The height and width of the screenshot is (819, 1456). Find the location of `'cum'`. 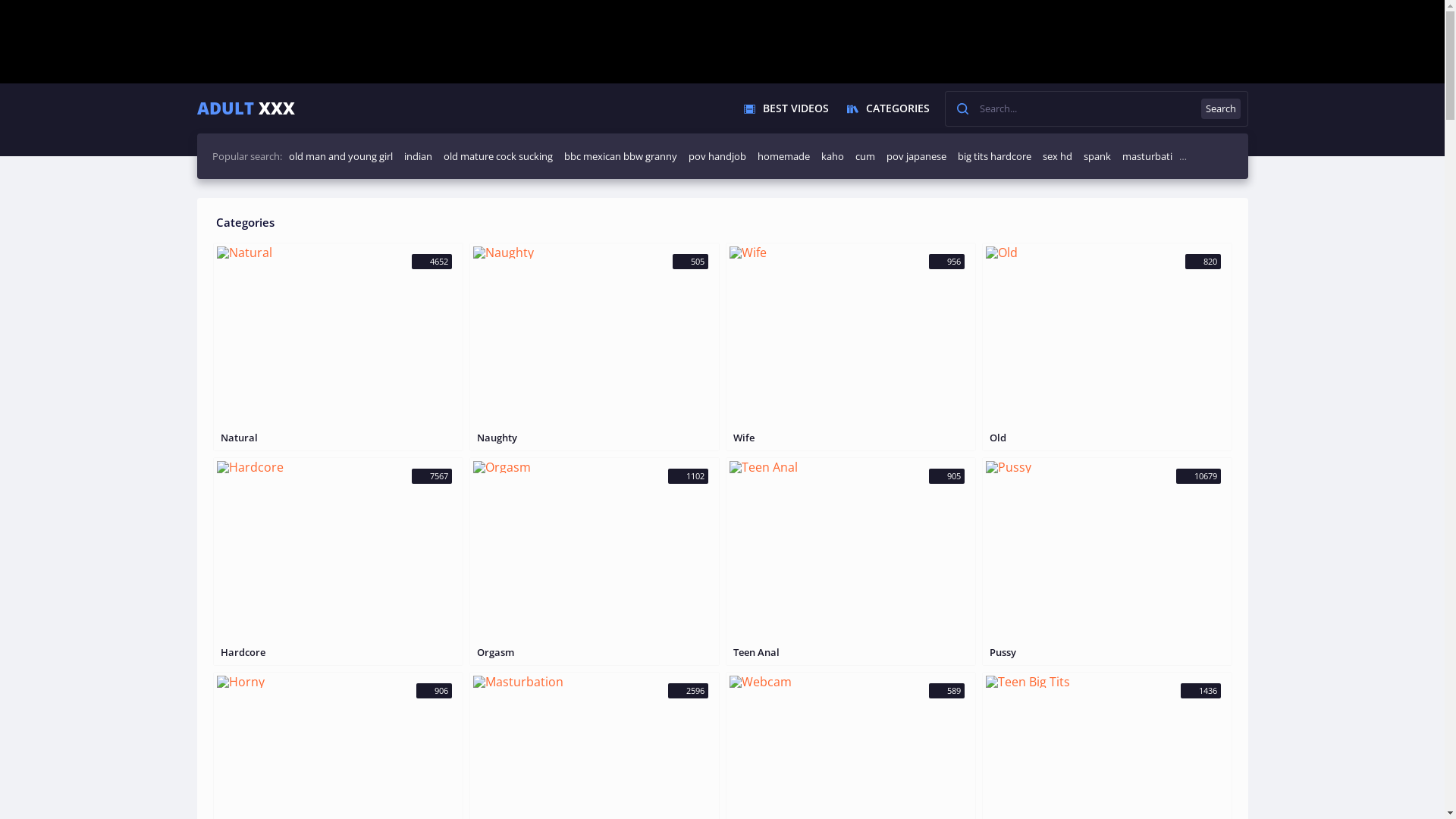

'cum' is located at coordinates (865, 155).